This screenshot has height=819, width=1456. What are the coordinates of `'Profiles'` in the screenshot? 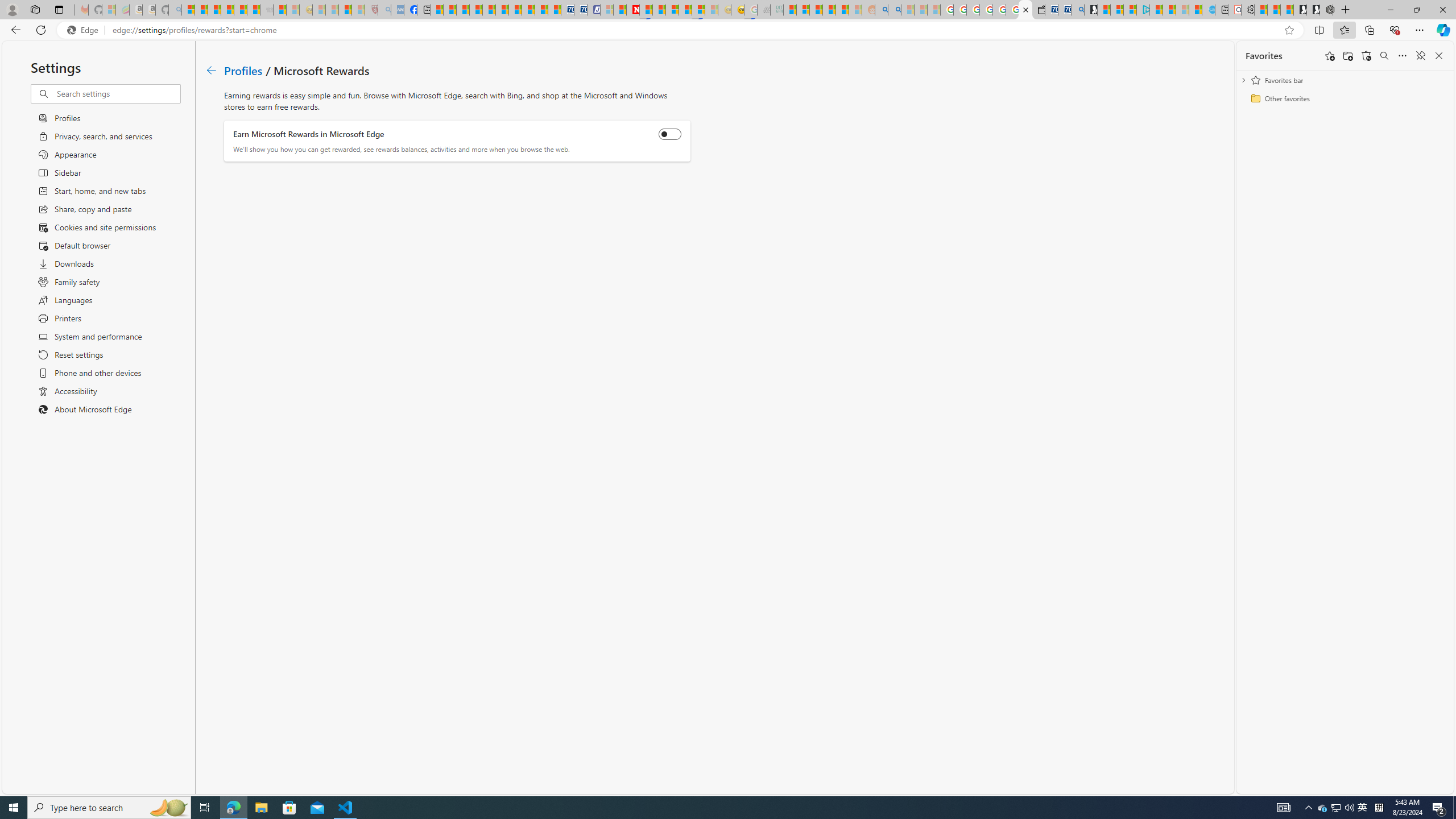 It's located at (243, 69).